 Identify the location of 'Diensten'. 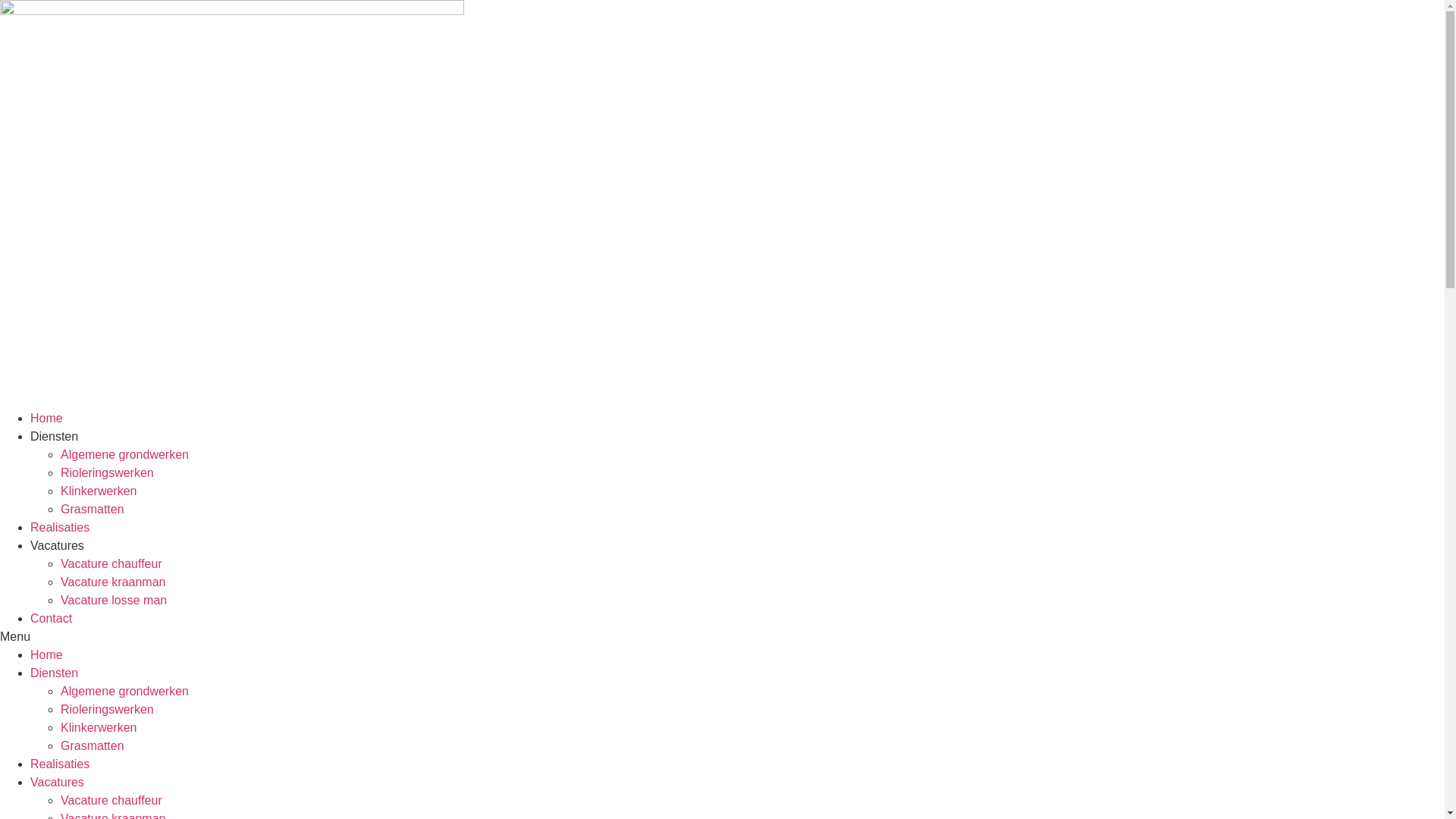
(54, 672).